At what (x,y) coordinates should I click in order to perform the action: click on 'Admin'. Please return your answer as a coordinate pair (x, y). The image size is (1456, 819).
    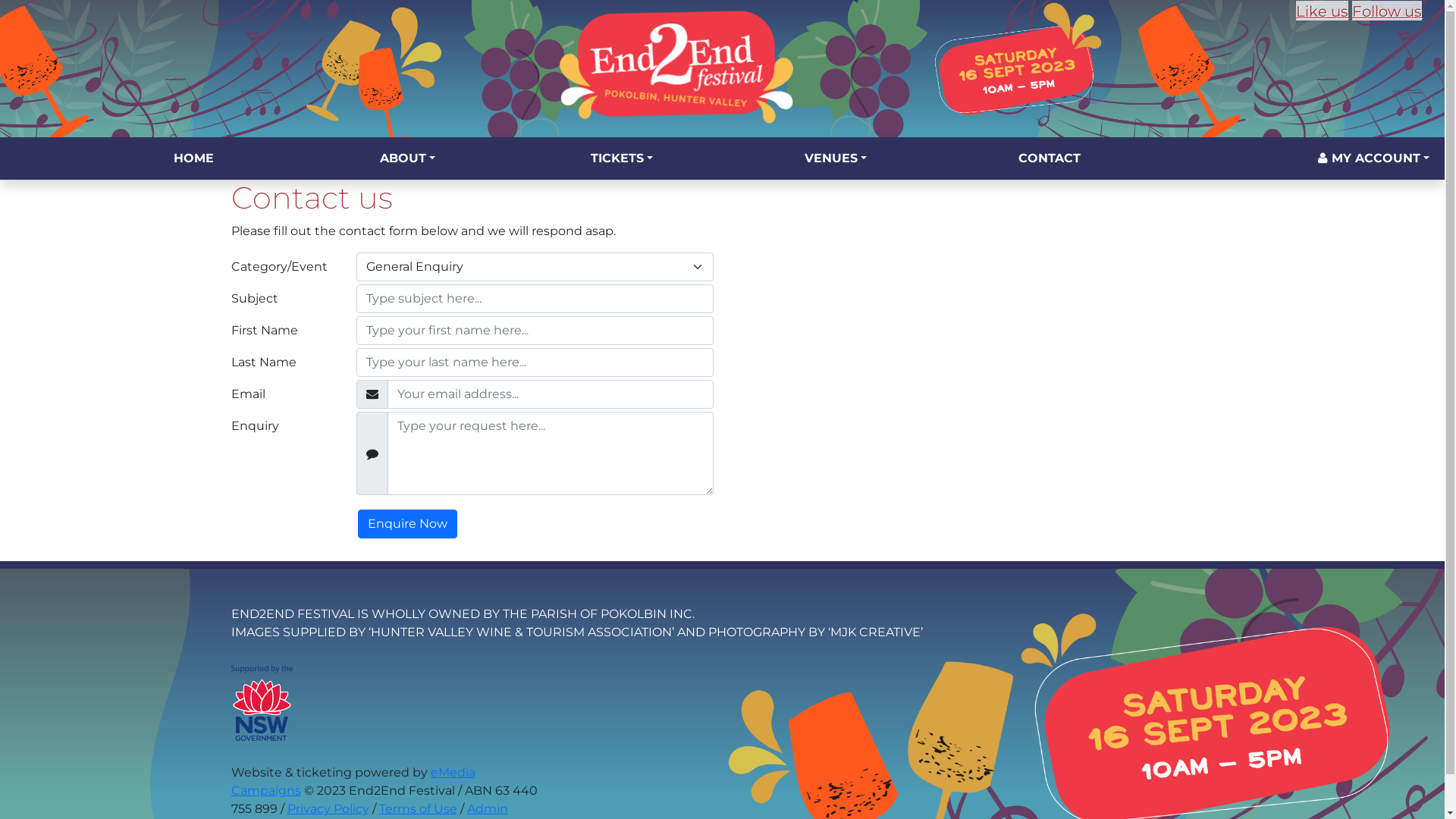
    Looking at the image, I should click on (488, 808).